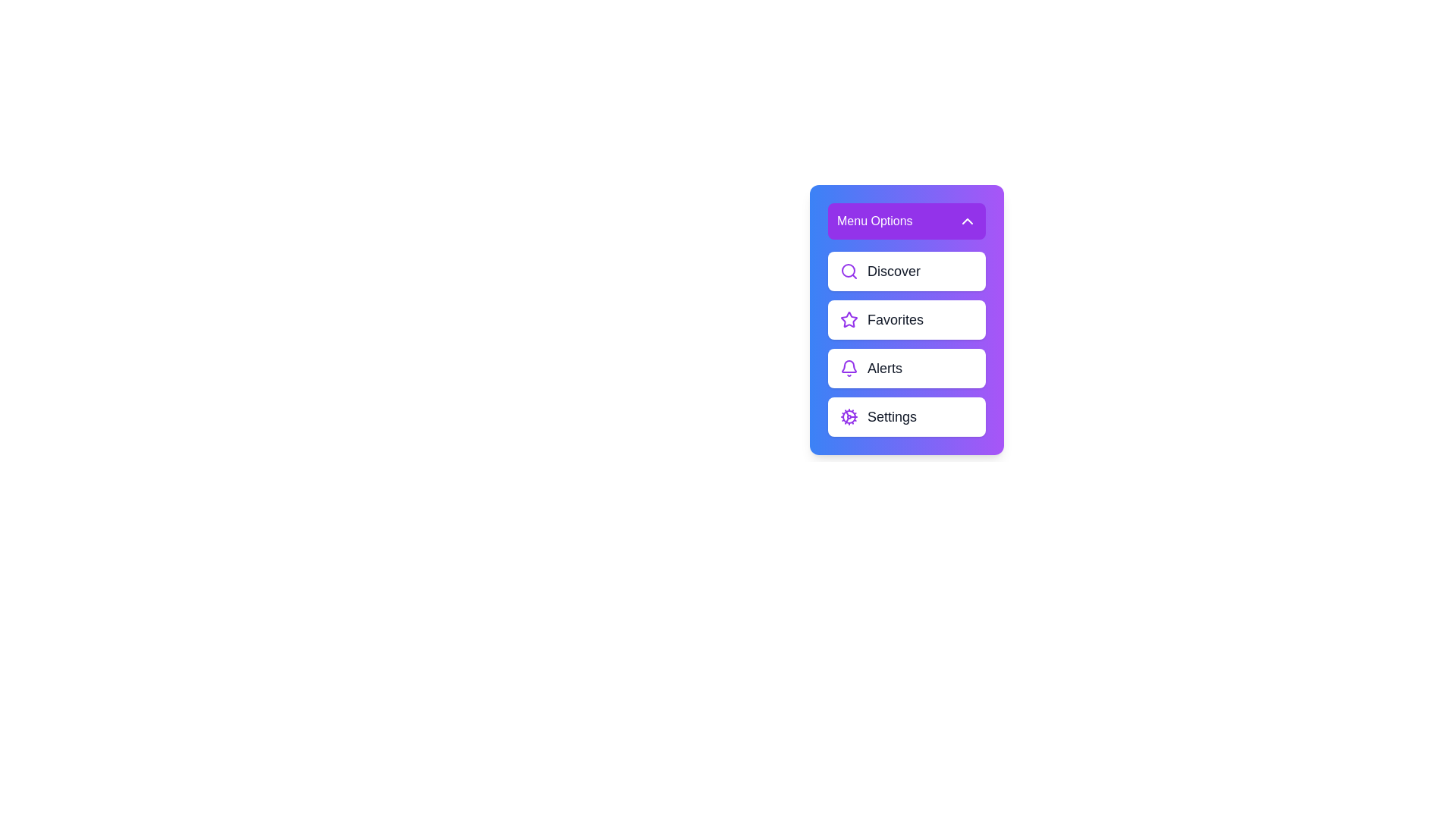 The image size is (1456, 819). What do you see at coordinates (967, 221) in the screenshot?
I see `the toggle icon located at the top right corner of the 'Menu Options' header section` at bounding box center [967, 221].